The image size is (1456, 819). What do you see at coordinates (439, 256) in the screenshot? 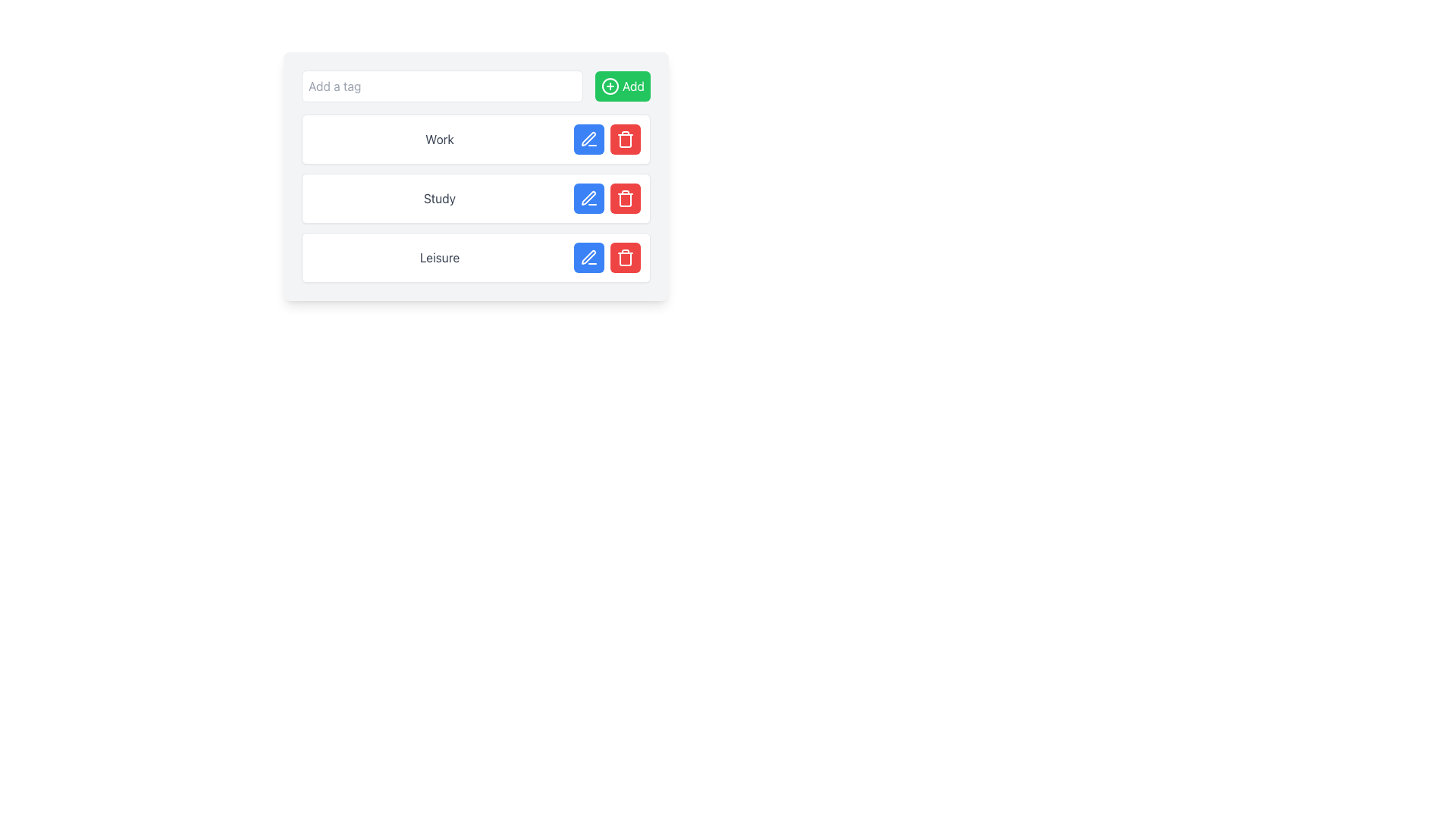
I see `the text label that identifies the third item in the list, which is part of a rectangular block containing interactive components` at bounding box center [439, 256].